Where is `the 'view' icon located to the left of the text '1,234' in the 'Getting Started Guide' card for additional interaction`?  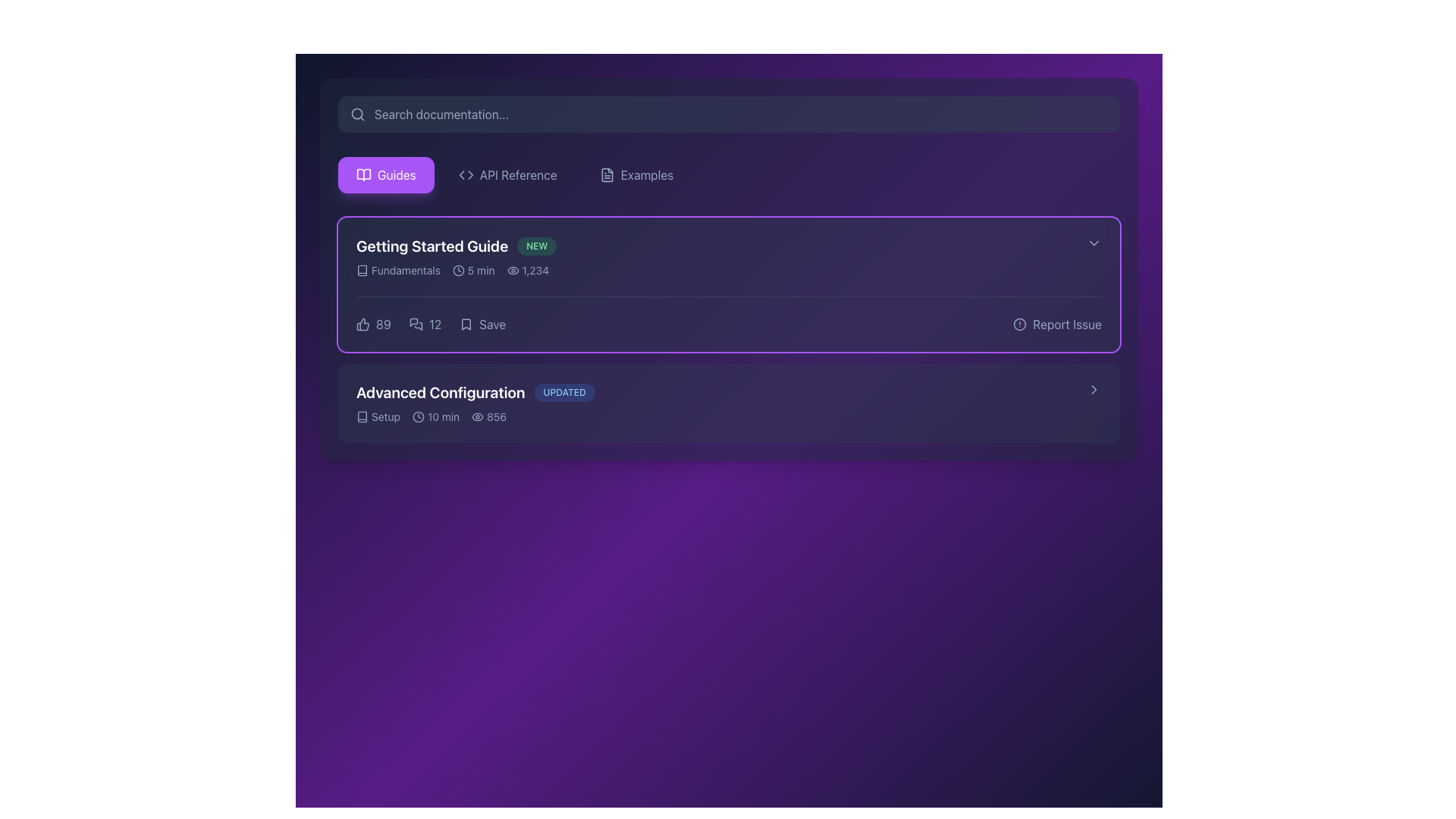 the 'view' icon located to the left of the text '1,234' in the 'Getting Started Guide' card for additional interaction is located at coordinates (513, 270).